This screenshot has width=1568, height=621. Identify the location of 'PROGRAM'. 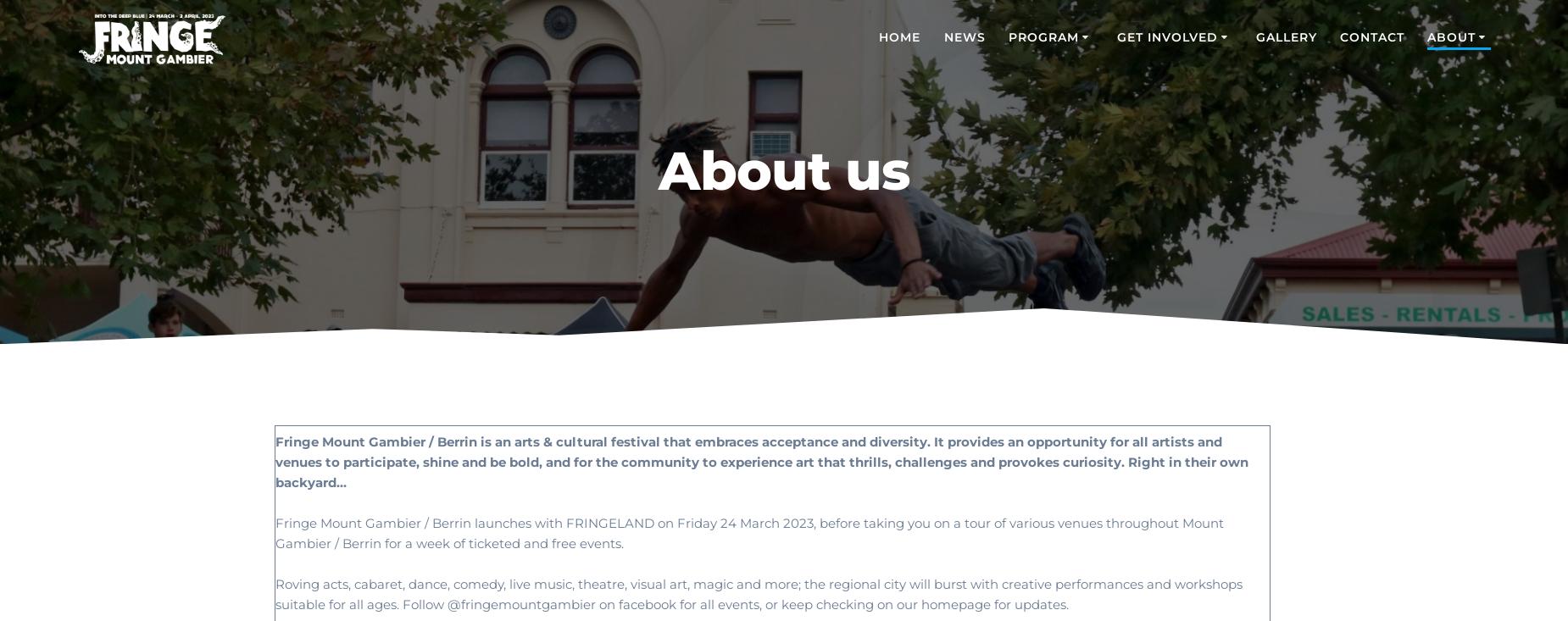
(1042, 36).